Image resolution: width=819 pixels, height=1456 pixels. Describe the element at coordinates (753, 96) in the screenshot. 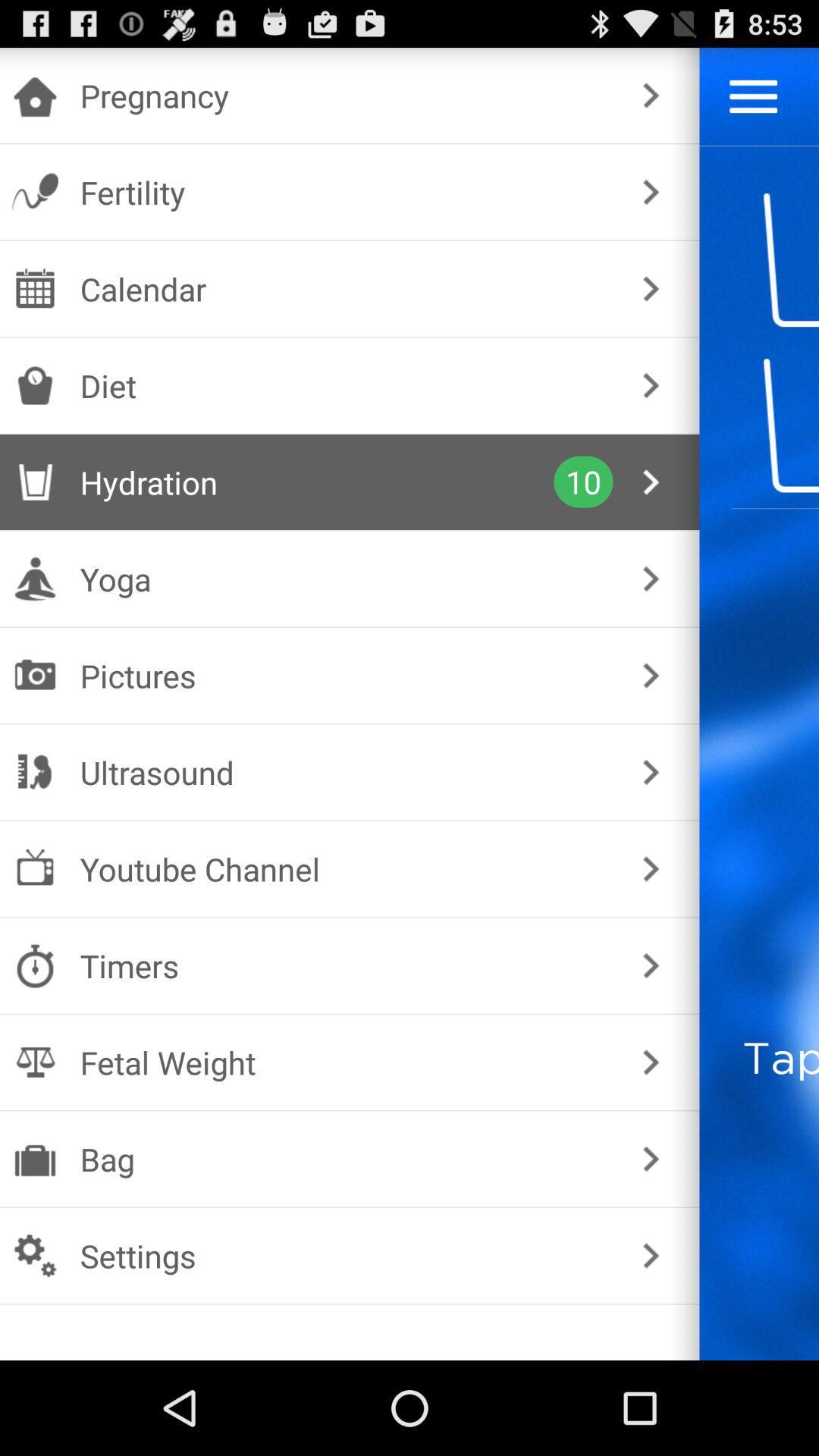

I see `menu` at that location.